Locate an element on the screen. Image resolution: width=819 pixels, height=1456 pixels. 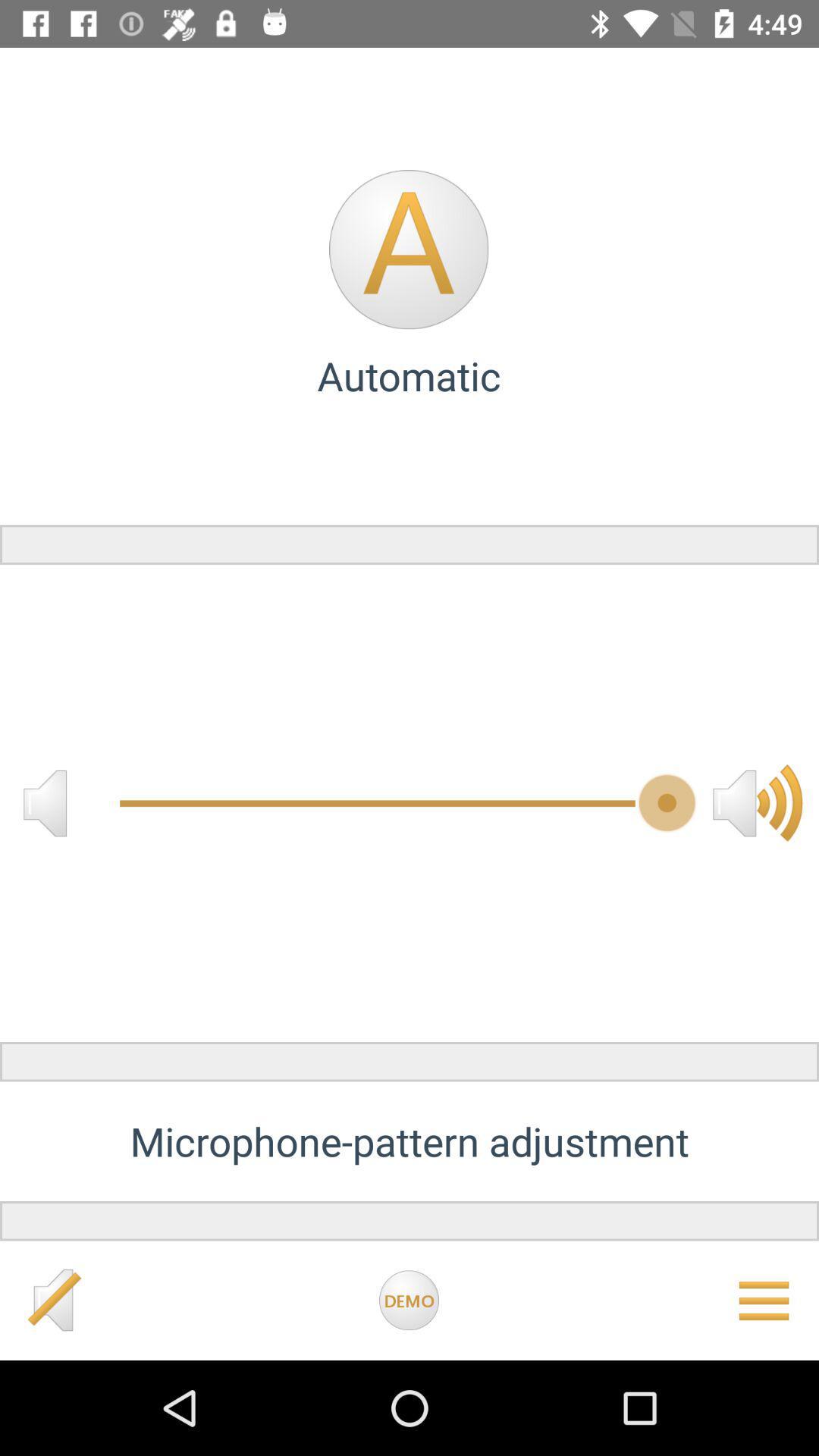
icon at the bottom right corner is located at coordinates (764, 1300).